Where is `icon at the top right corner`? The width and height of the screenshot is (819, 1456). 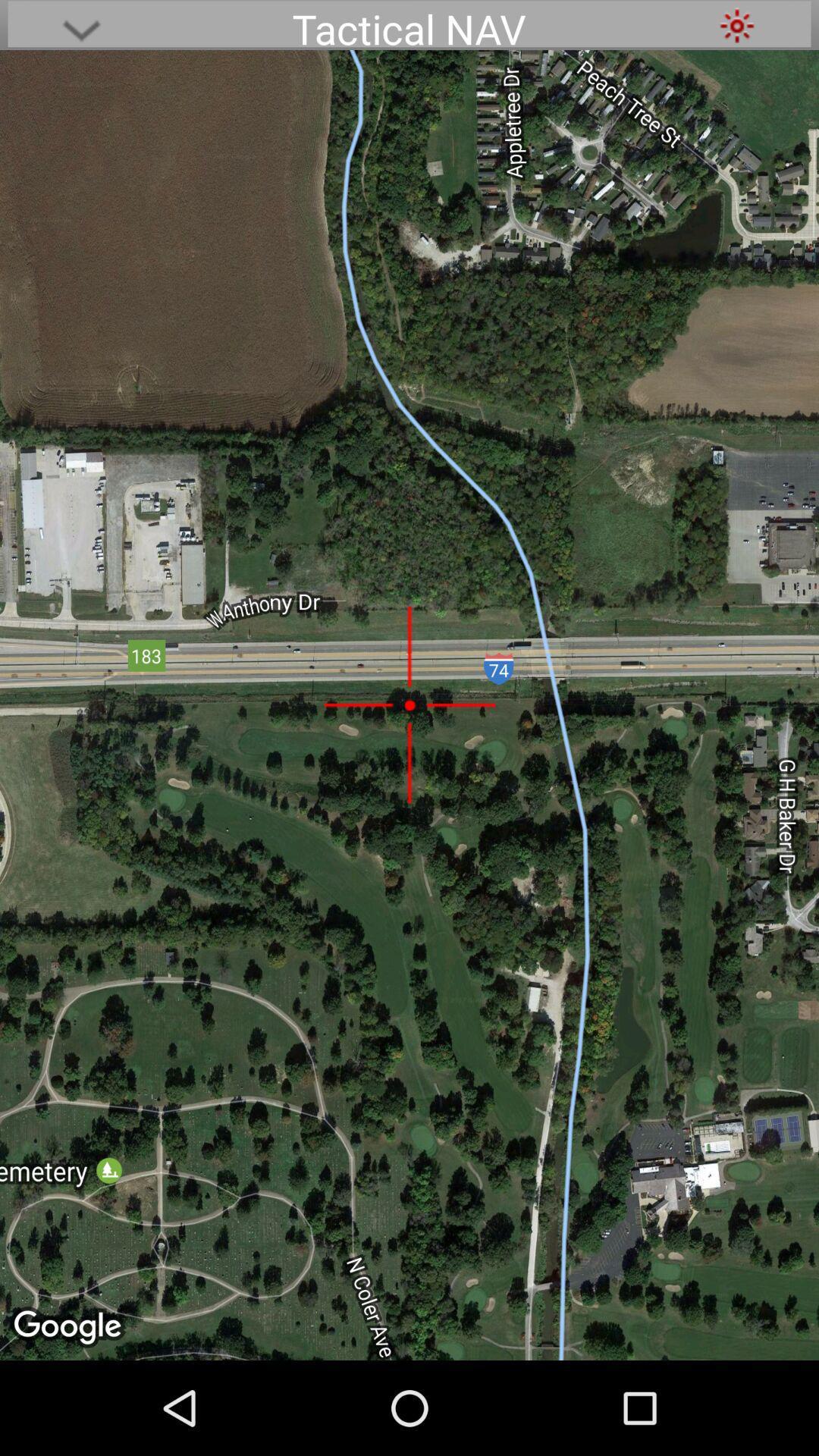
icon at the top right corner is located at coordinates (736, 25).